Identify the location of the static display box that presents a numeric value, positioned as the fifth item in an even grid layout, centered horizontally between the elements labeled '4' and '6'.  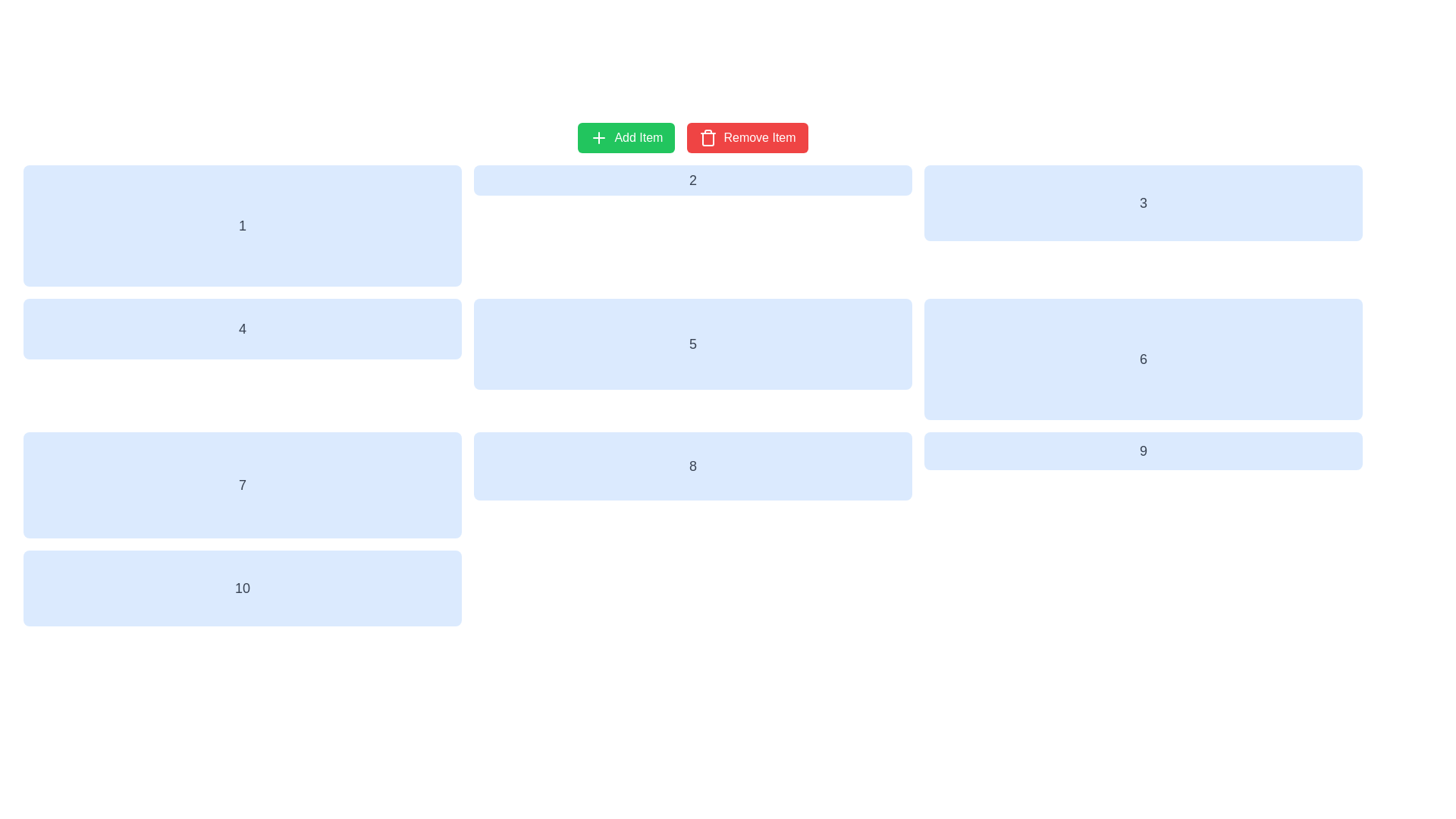
(692, 344).